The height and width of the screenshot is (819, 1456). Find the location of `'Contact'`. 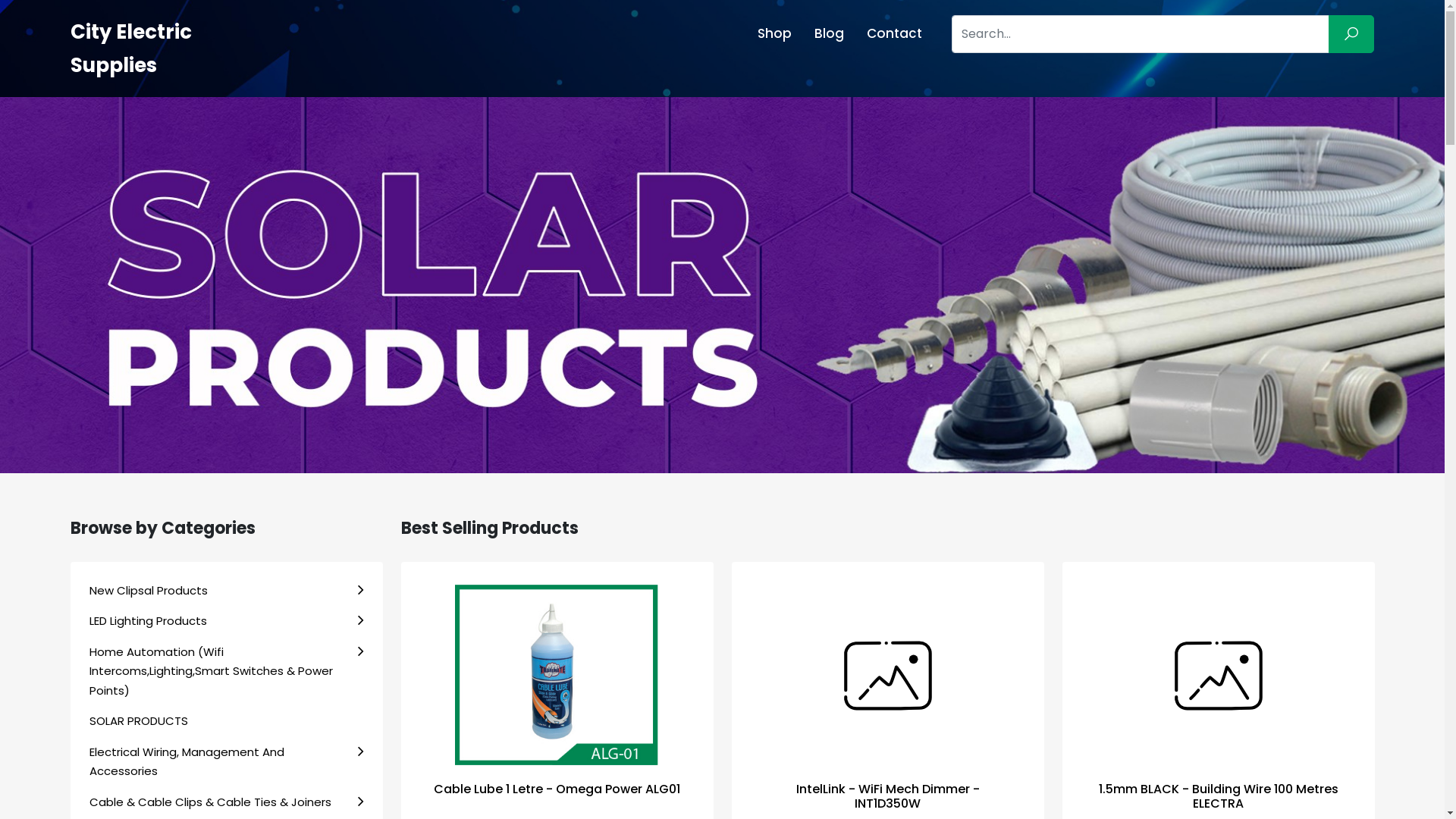

'Contact' is located at coordinates (855, 33).